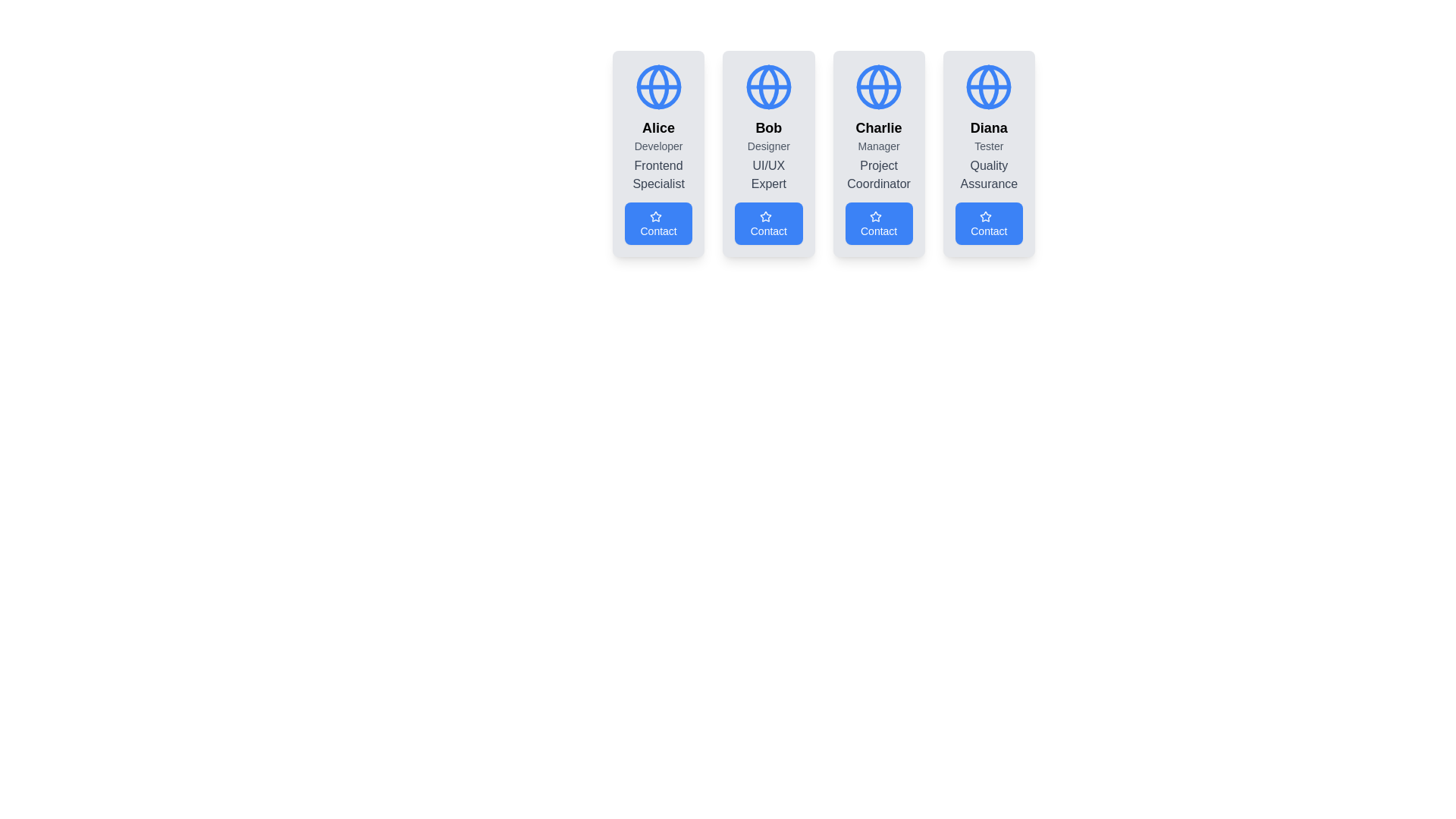 The height and width of the screenshot is (819, 1456). Describe the element at coordinates (768, 154) in the screenshot. I see `the Profile Card featuring a circular icon with 'Bob' in bold, 'Designer', and 'UI/UX Expert' text, and a blue 'Contact' button, which is the second card in a row of four` at that location.